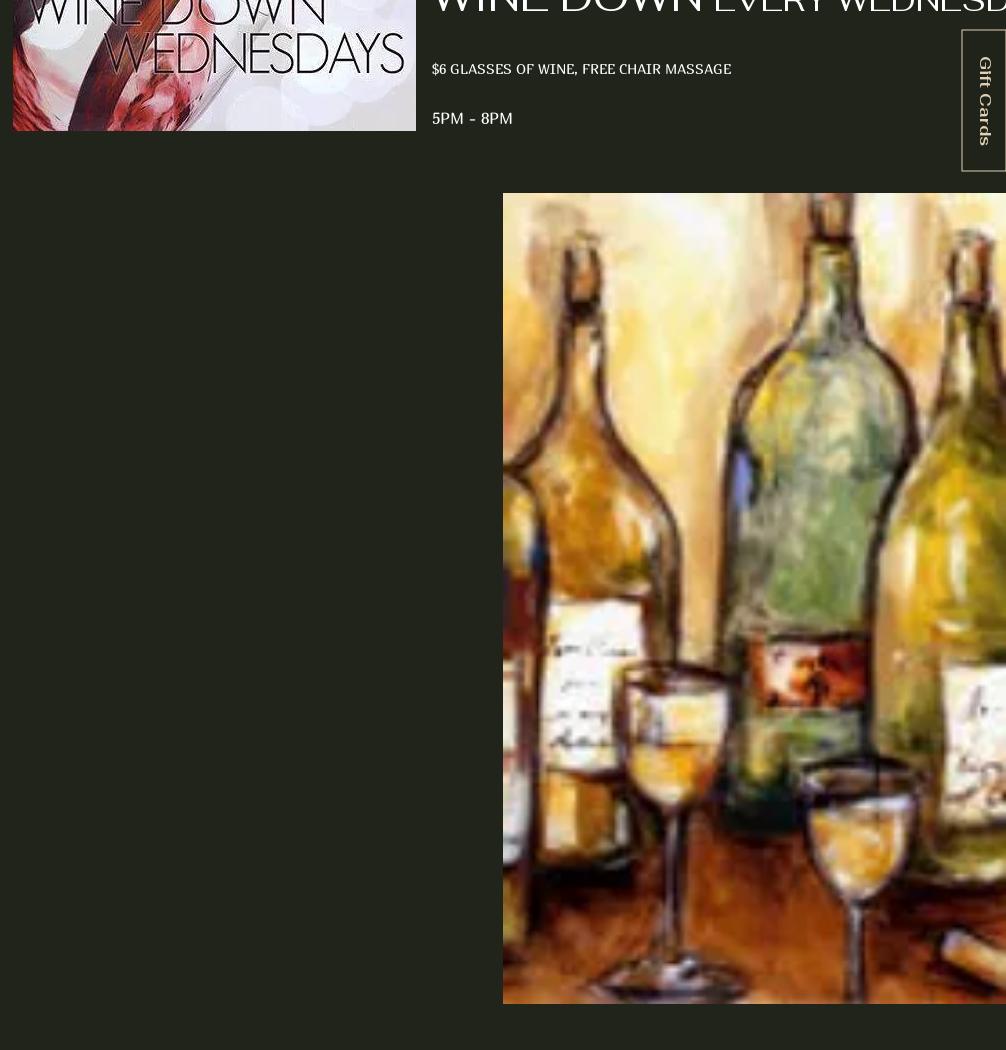 The image size is (1006, 1050). I want to click on 'Upcoming Tasting & Special Events', so click(264, 357).